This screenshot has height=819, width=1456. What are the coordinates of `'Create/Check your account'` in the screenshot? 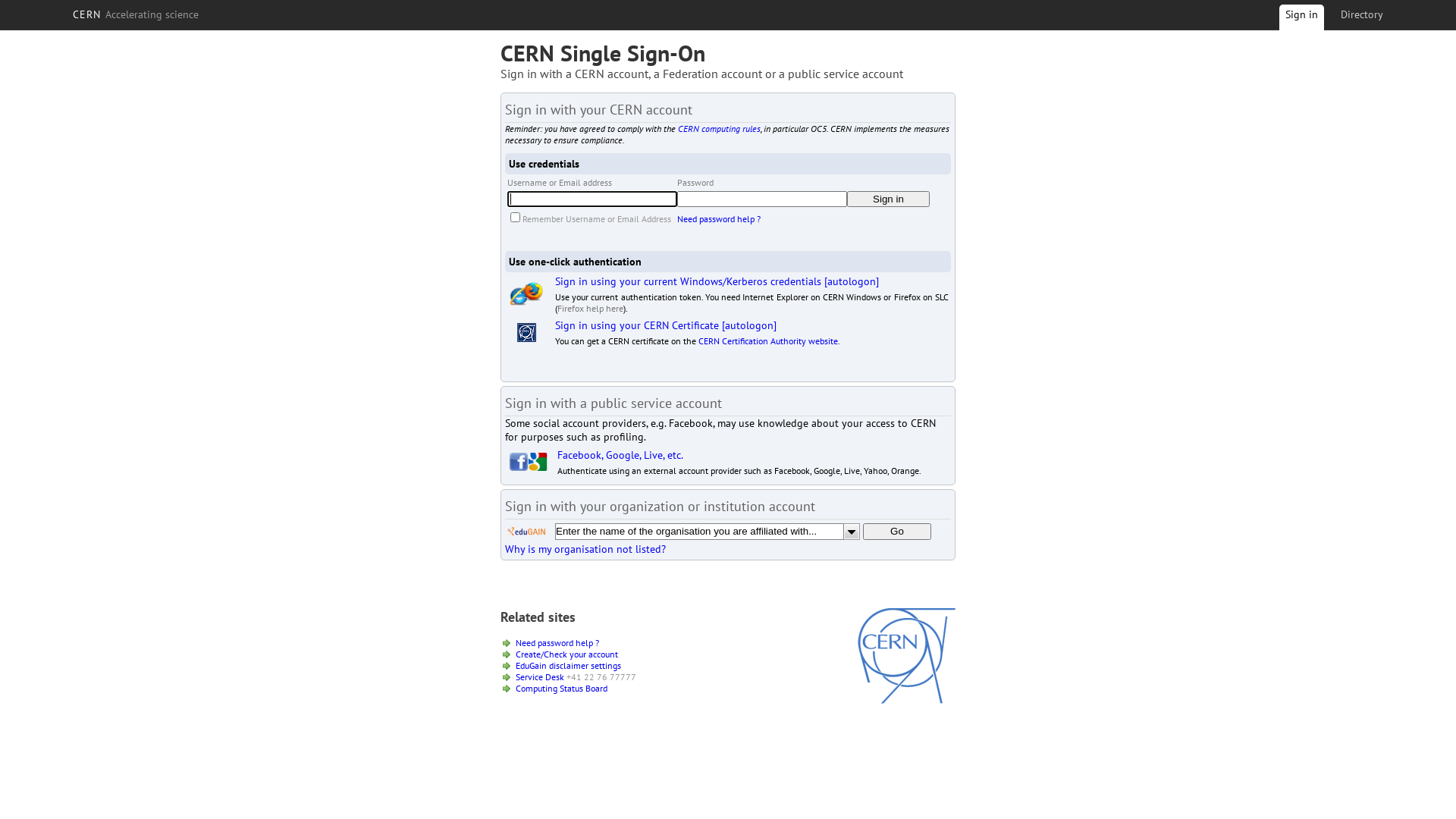 It's located at (566, 653).